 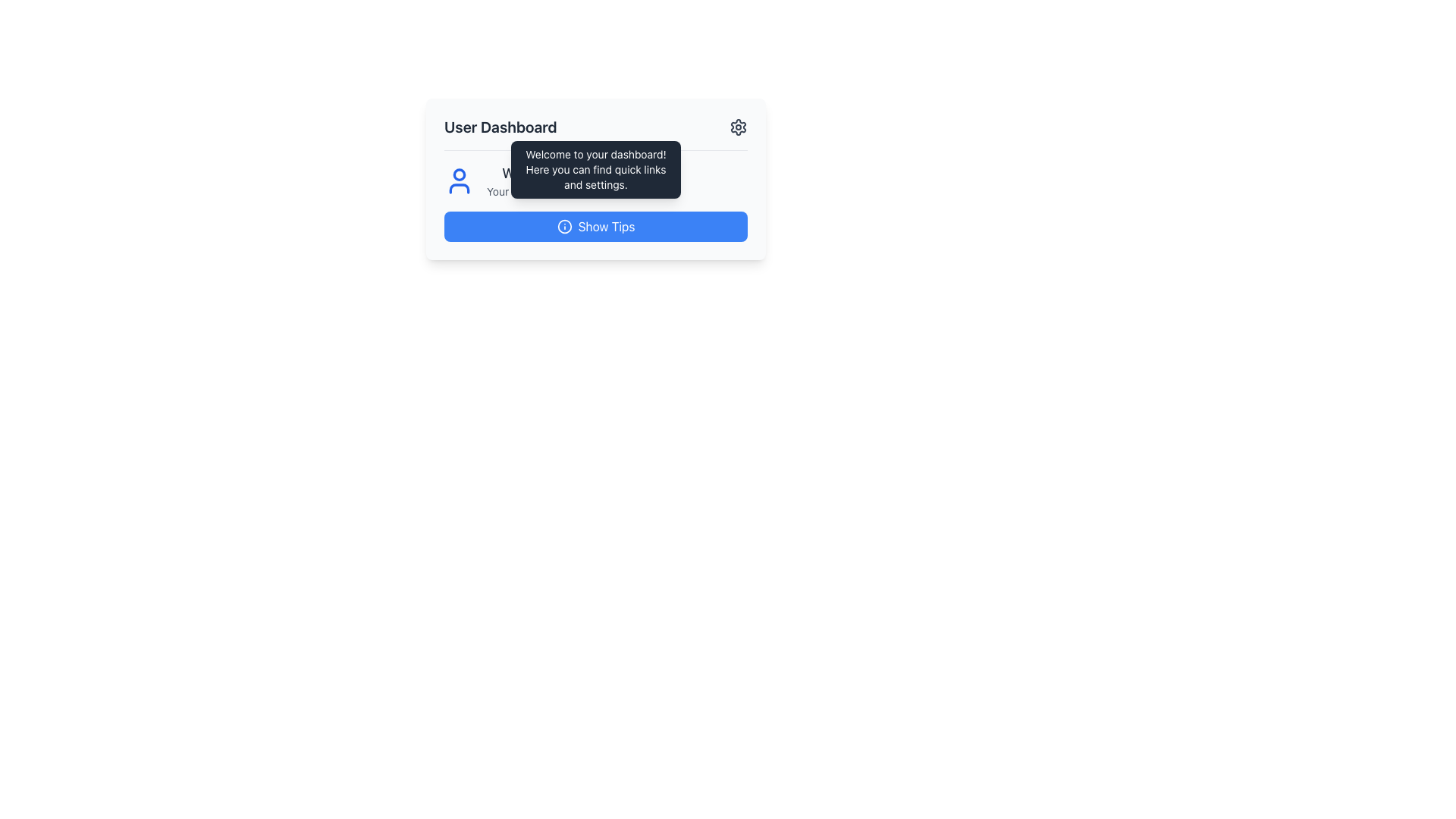 I want to click on the user account Icon located to the left of 'Welcome, John Doe' and above 'Your last login was 2 hours ago', so click(x=458, y=180).